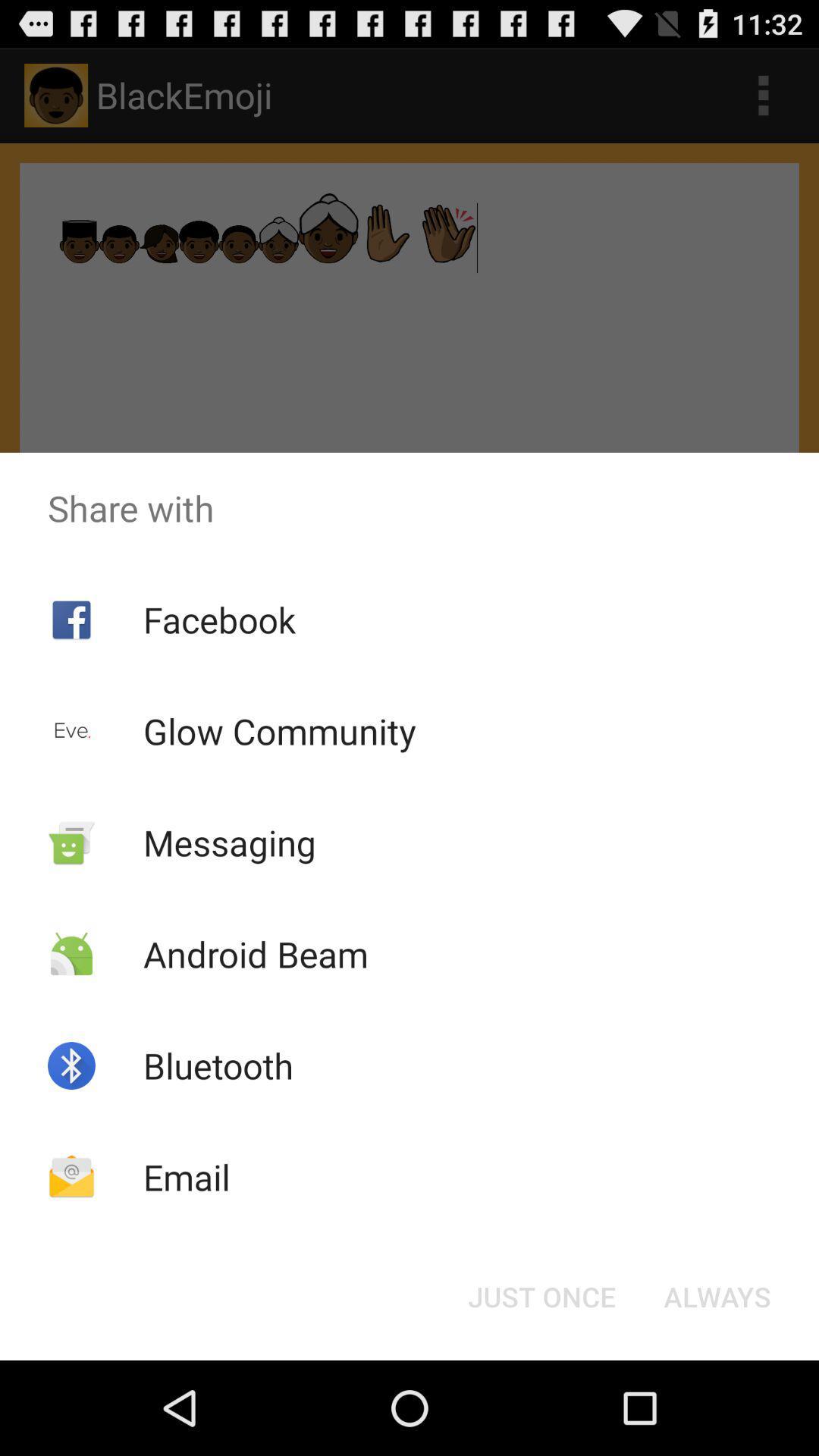 The image size is (819, 1456). I want to click on always, so click(717, 1295).